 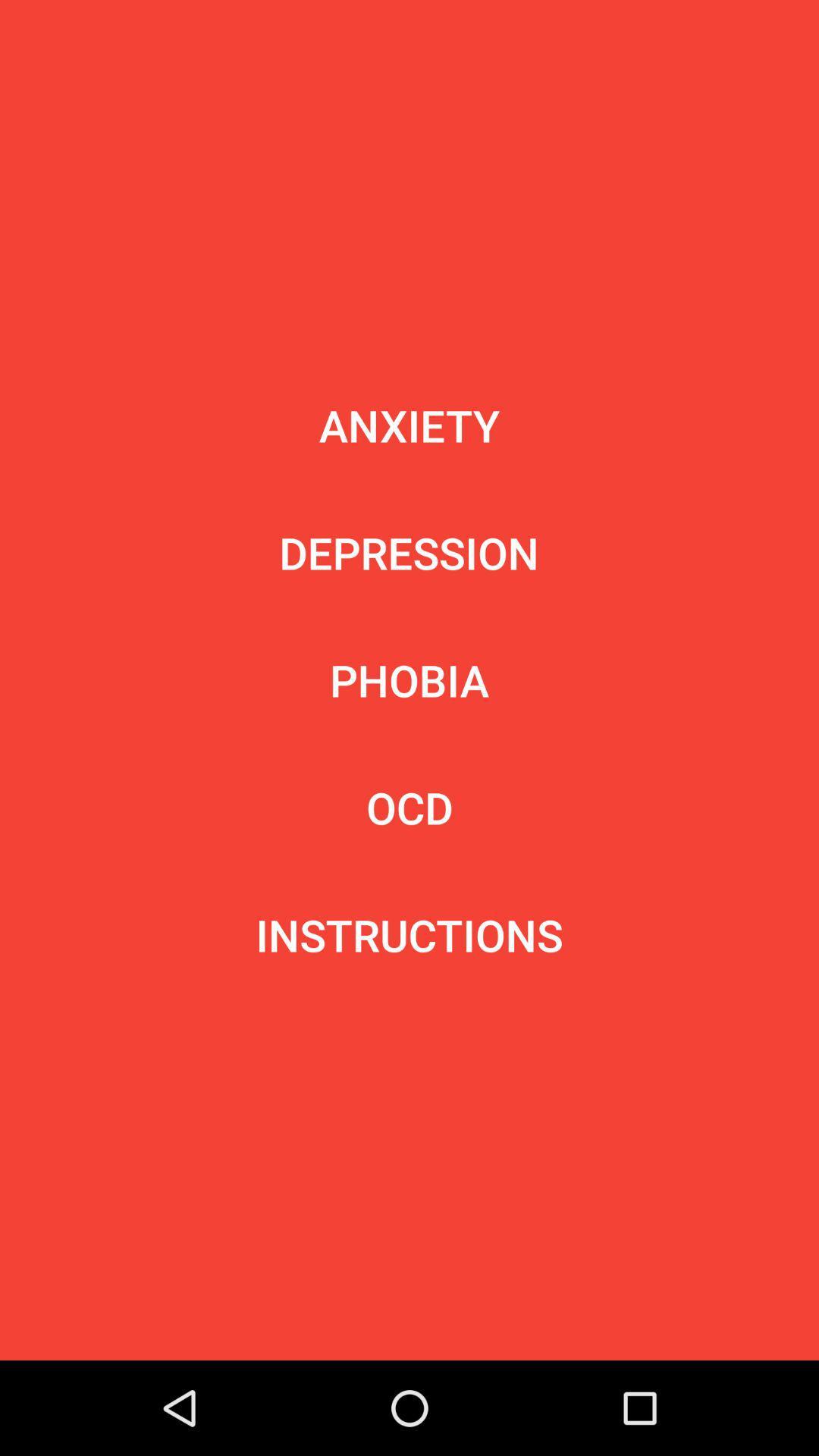 I want to click on item above the instructions, so click(x=409, y=807).